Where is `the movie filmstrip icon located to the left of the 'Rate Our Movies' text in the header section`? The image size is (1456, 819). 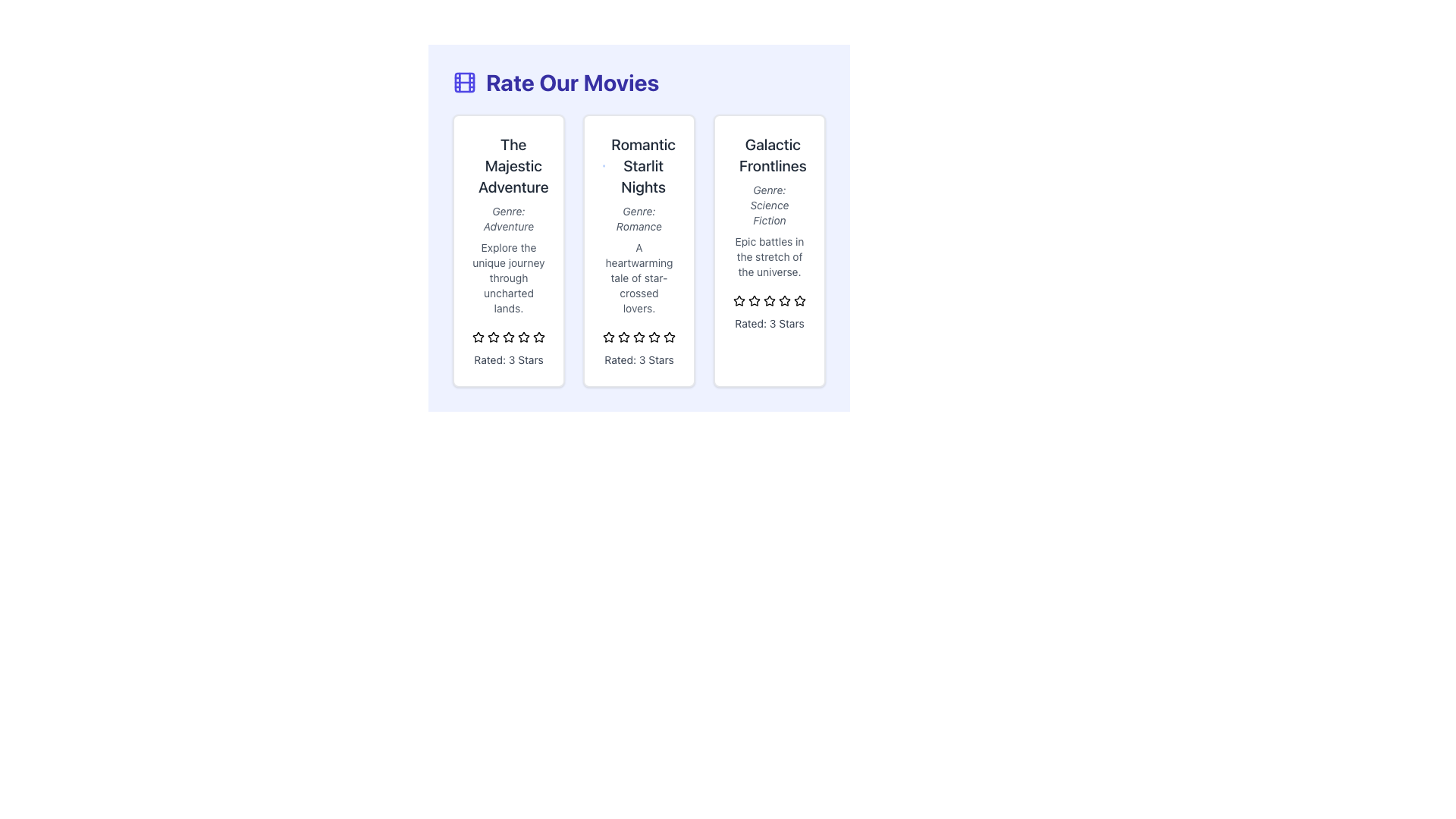 the movie filmstrip icon located to the left of the 'Rate Our Movies' text in the header section is located at coordinates (464, 82).